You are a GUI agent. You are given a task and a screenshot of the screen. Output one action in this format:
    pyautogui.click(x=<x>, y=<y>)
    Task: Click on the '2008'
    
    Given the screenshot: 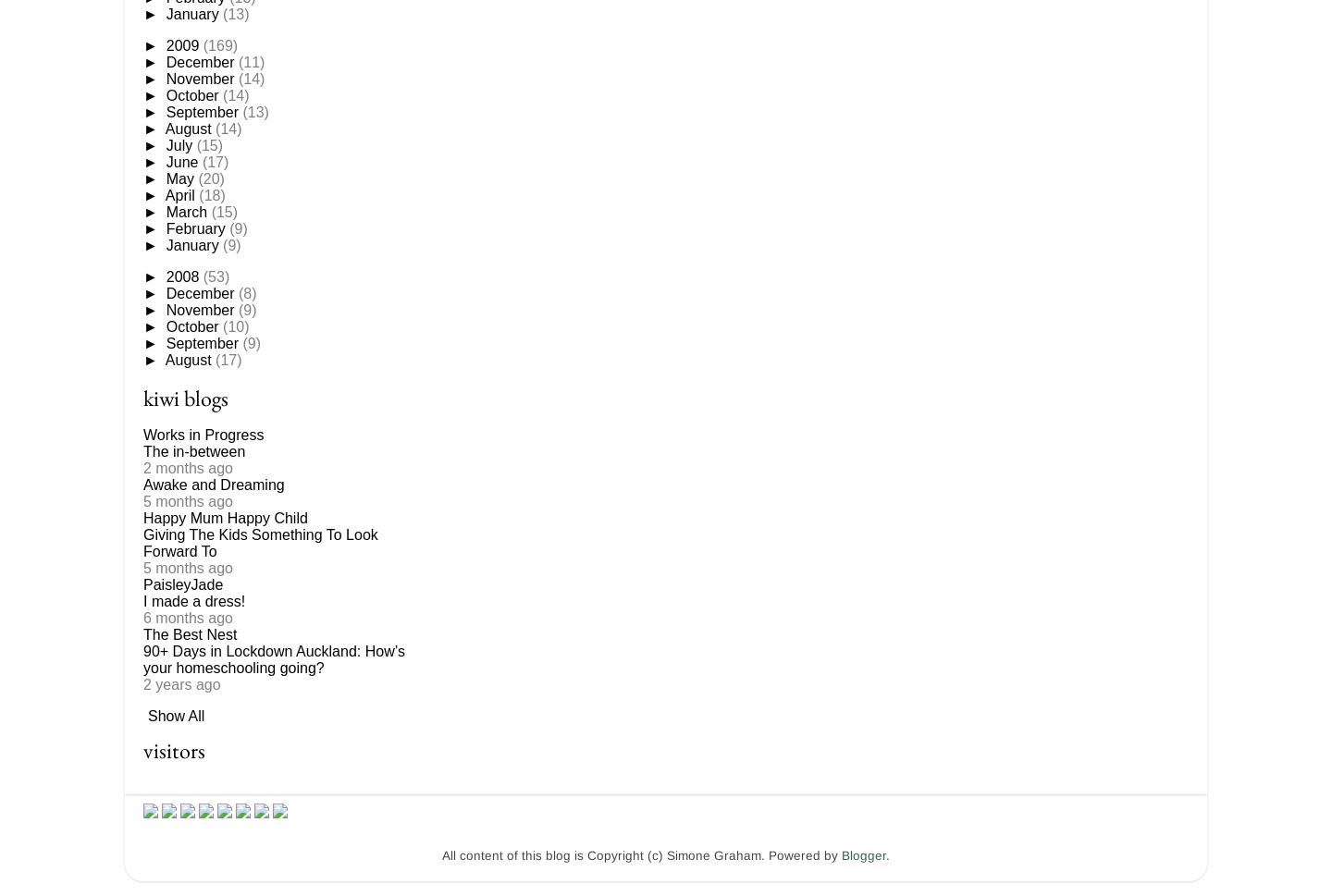 What is the action you would take?
    pyautogui.click(x=184, y=276)
    